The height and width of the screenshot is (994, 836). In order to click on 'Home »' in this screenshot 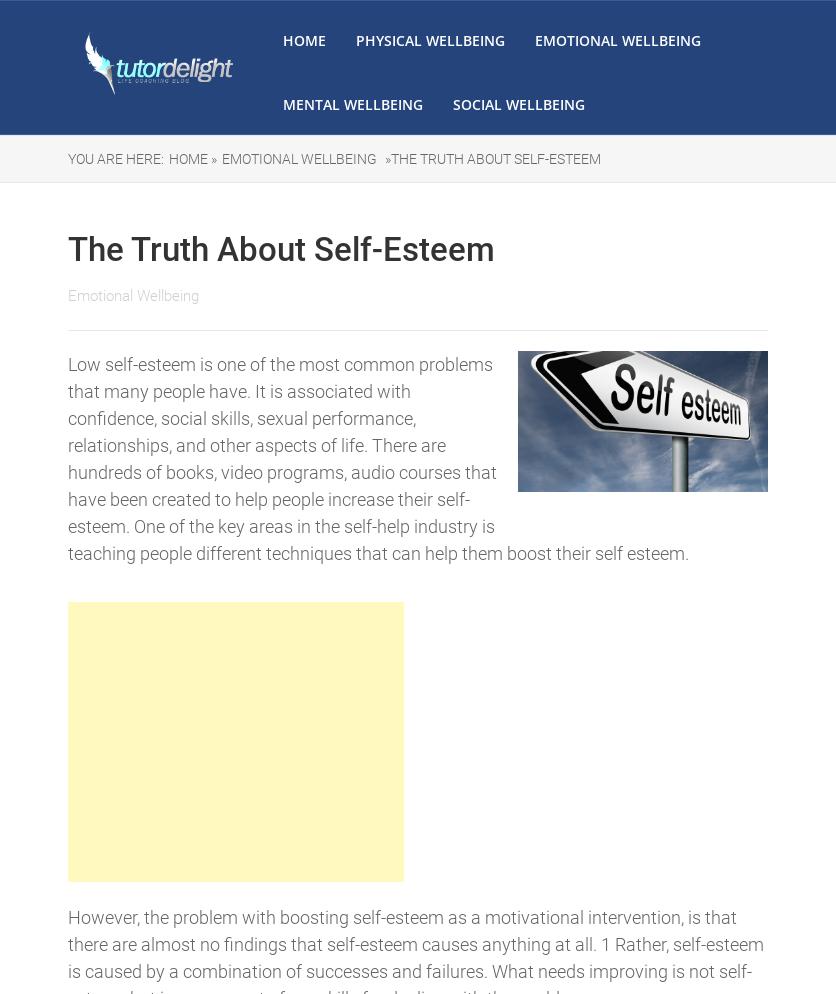, I will do `click(192, 159)`.